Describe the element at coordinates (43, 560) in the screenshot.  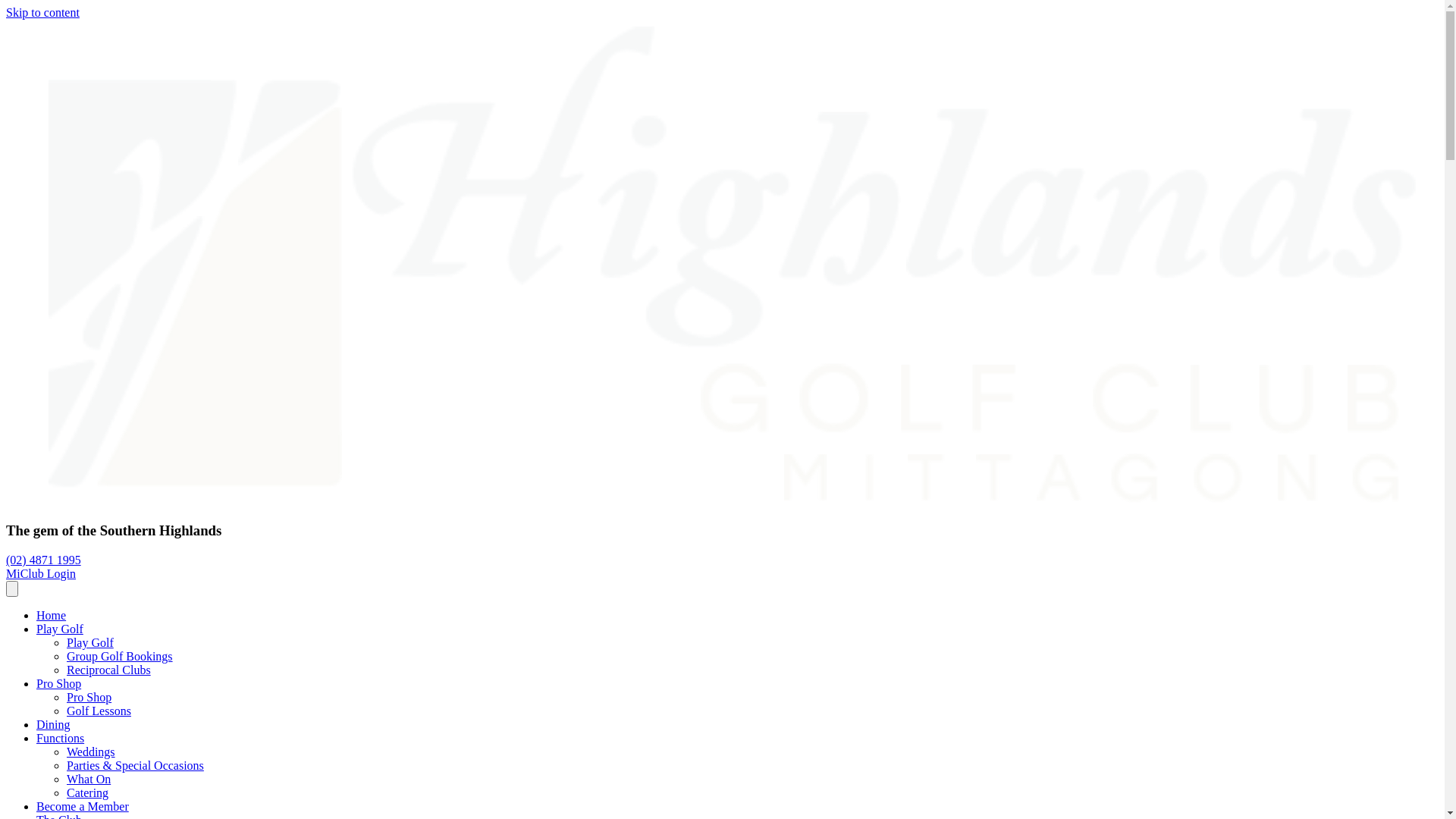
I see `'(02) 4871 1995'` at that location.